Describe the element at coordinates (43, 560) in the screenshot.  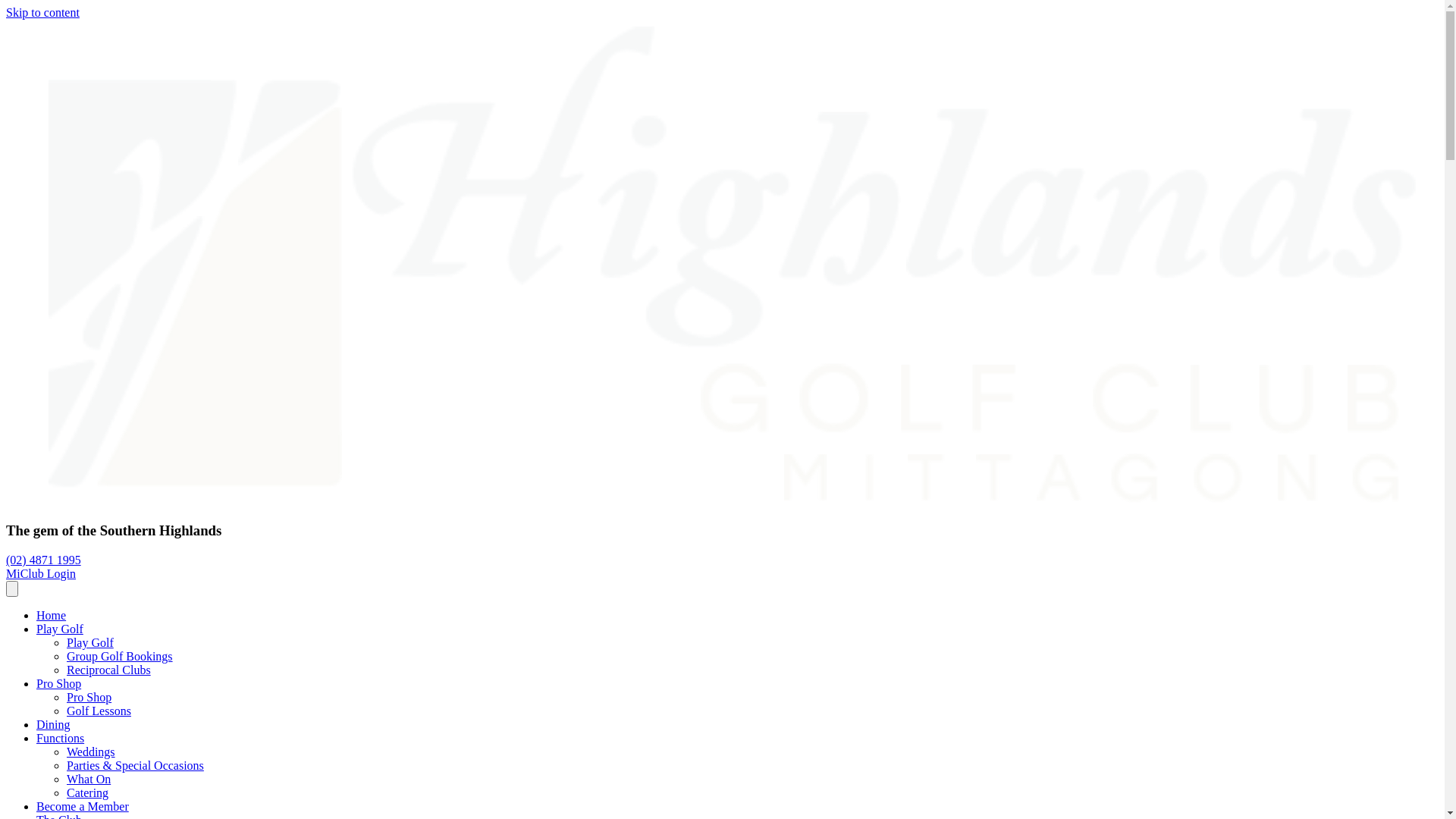
I see `'(02) 4871 1995'` at that location.